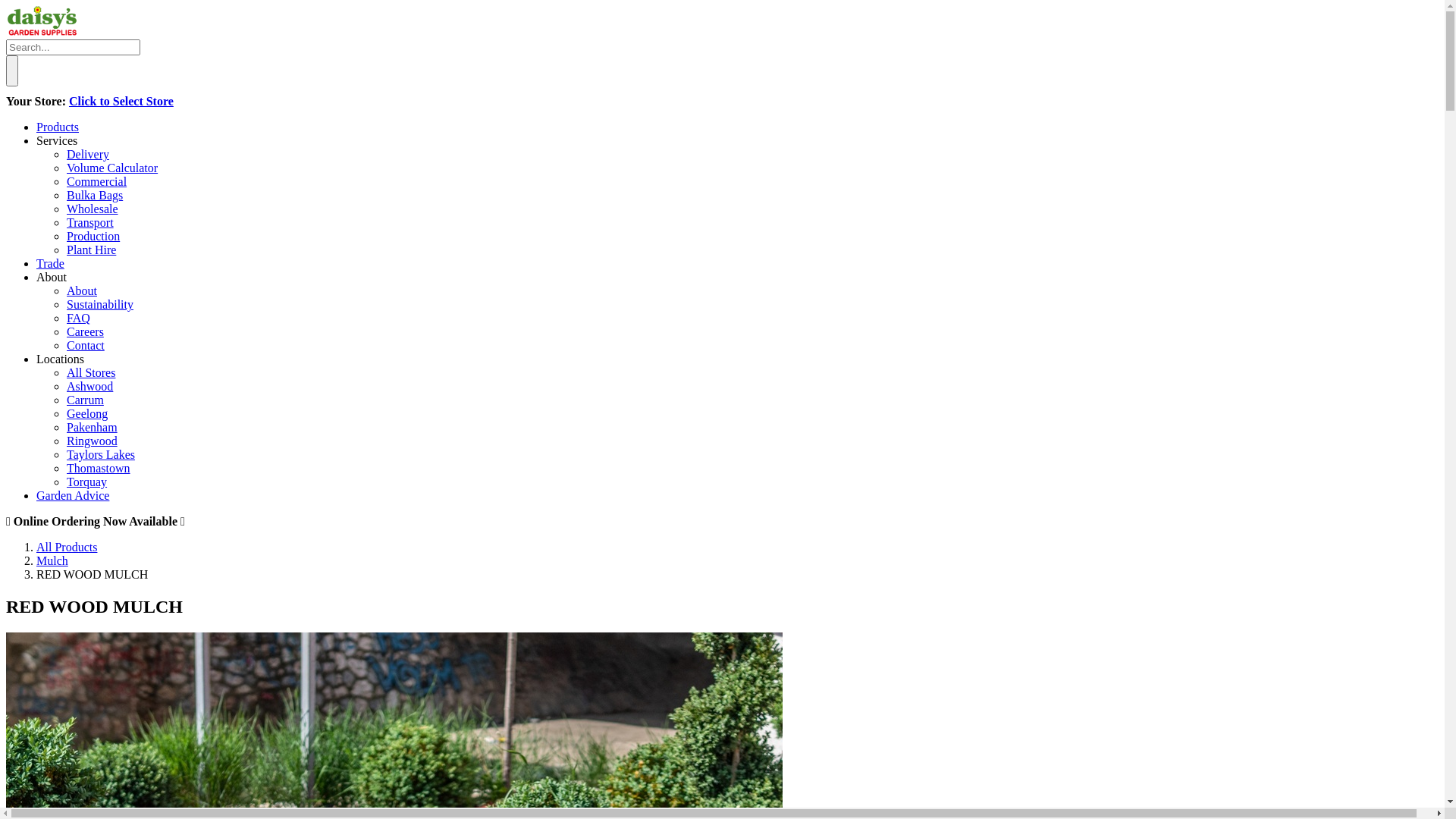 The width and height of the screenshot is (1456, 819). I want to click on 'Thomastown', so click(97, 467).